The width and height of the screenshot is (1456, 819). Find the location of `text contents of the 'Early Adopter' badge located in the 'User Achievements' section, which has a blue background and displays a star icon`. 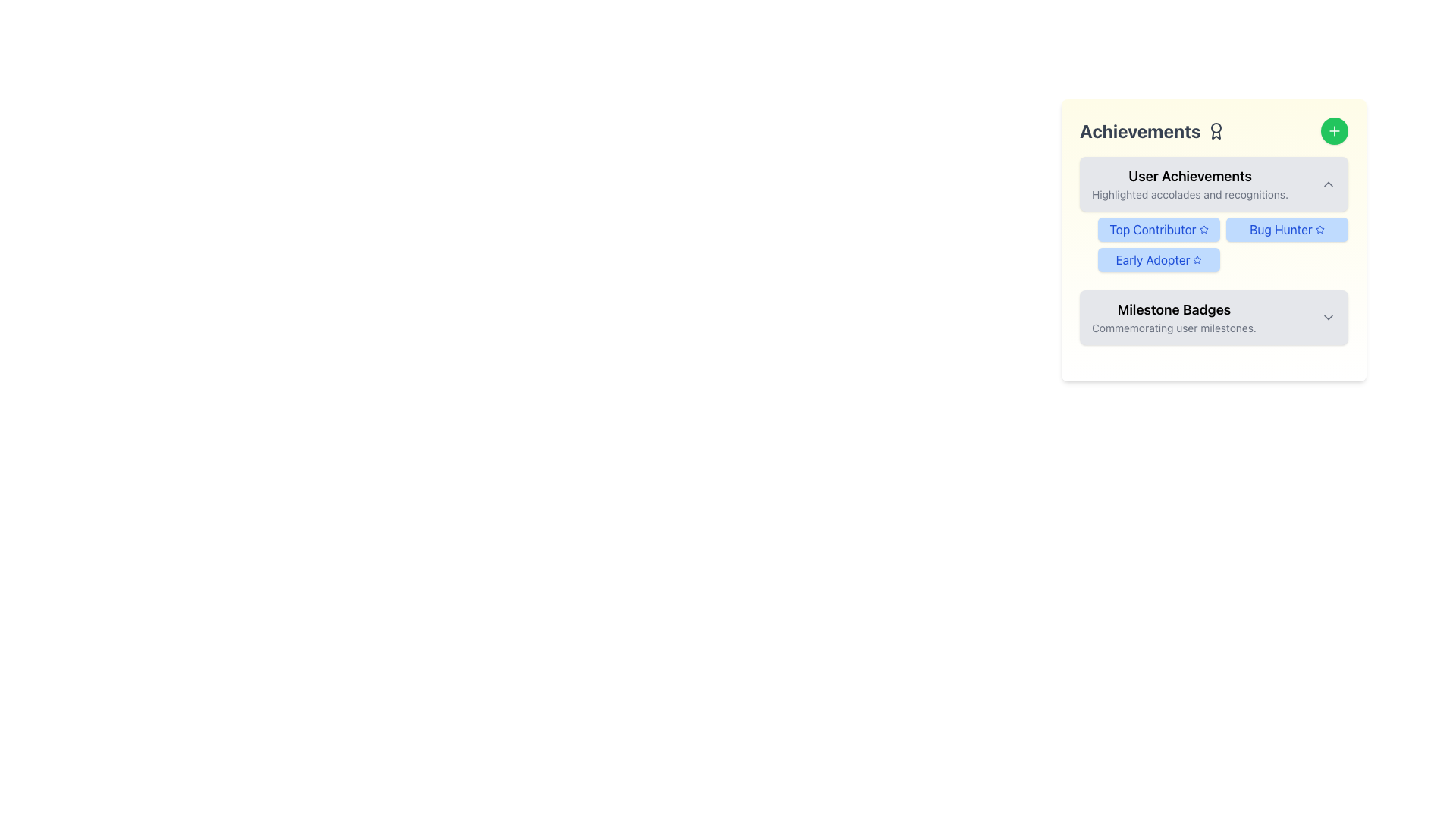

text contents of the 'Early Adopter' badge located in the 'User Achievements' section, which has a blue background and displays a star icon is located at coordinates (1158, 259).